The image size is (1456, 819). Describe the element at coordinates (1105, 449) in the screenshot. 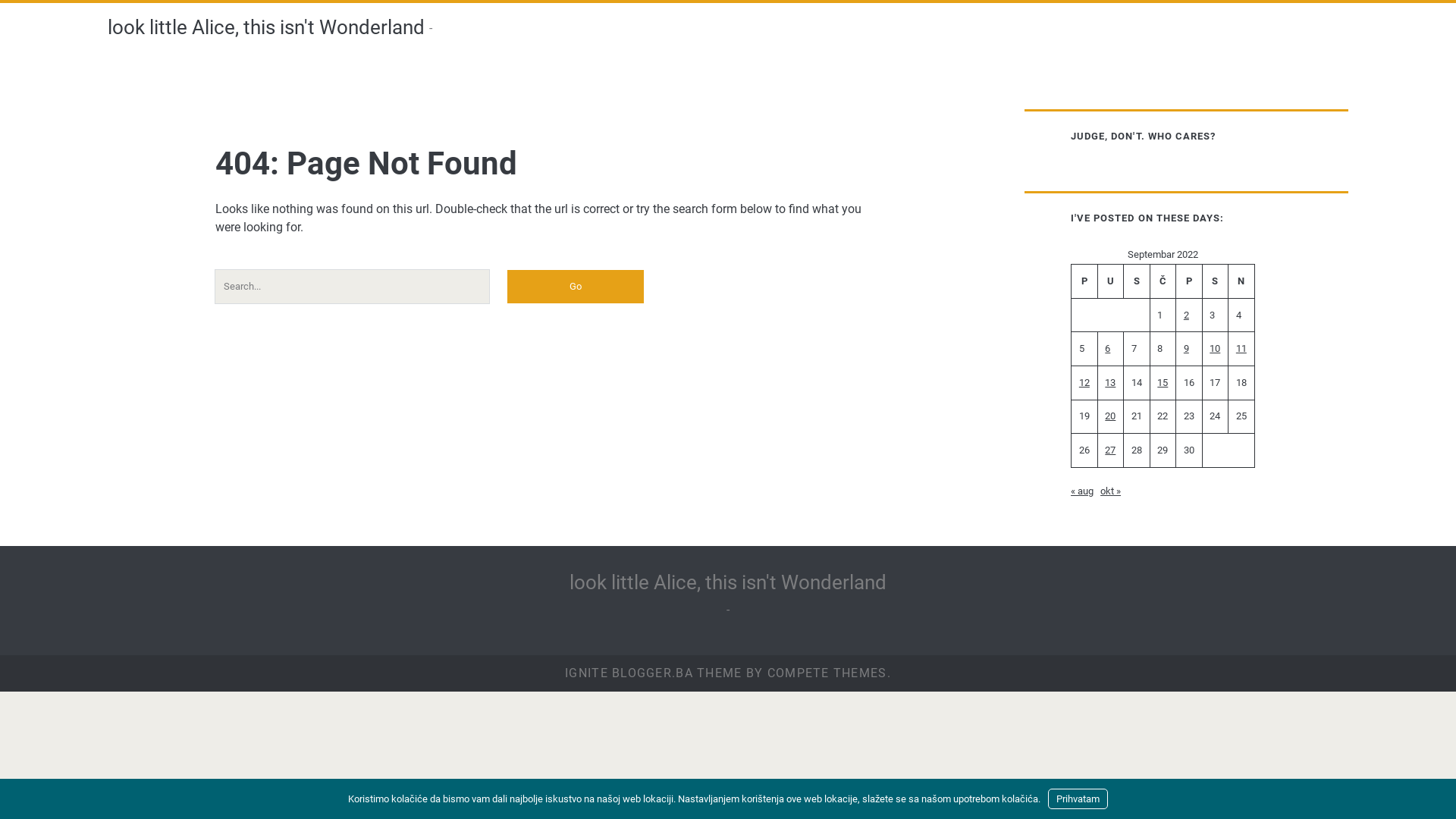

I see `'27'` at that location.